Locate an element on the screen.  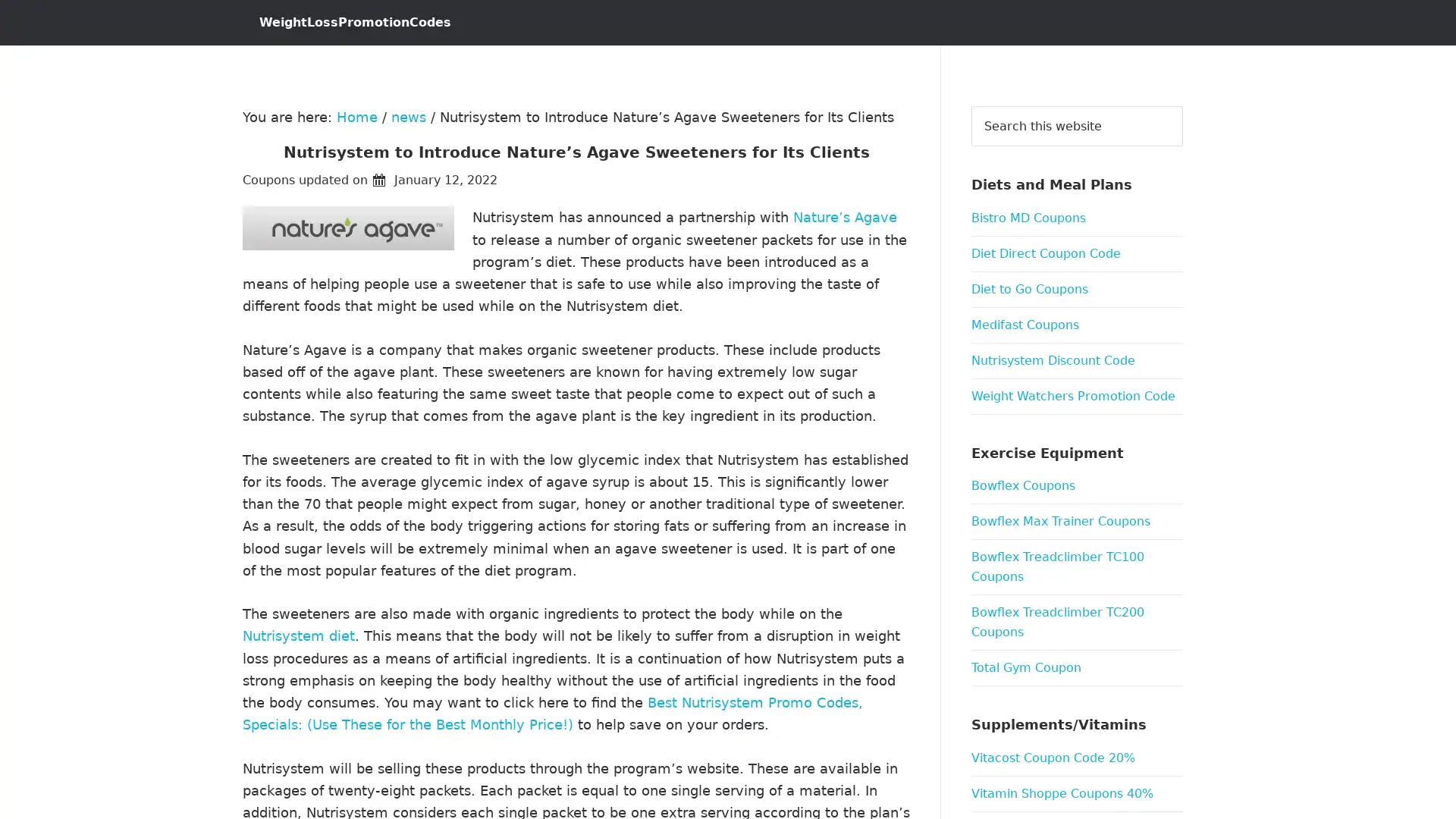
Search is located at coordinates (1181, 105).